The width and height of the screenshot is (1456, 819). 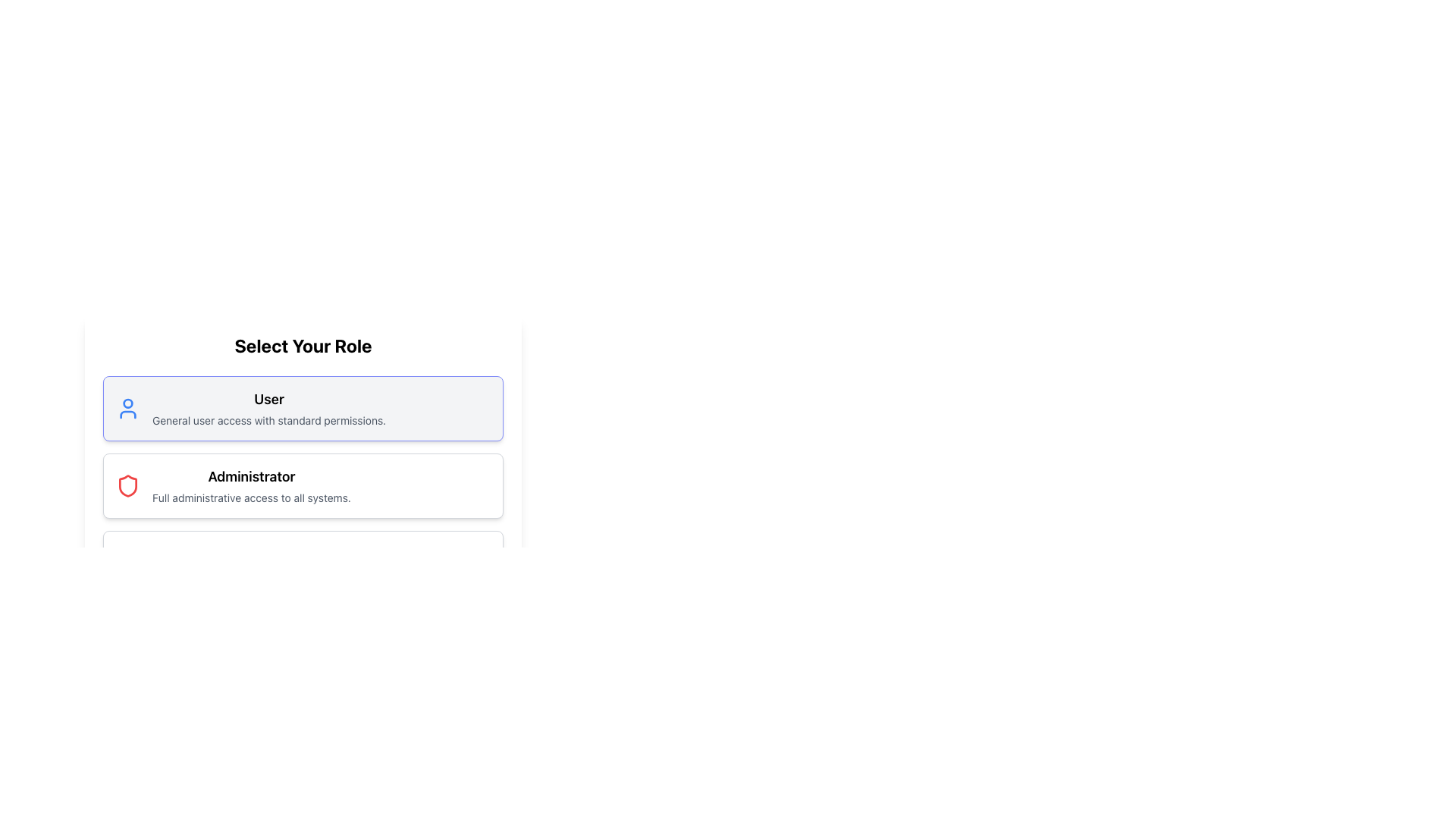 I want to click on the first List item that details the 'User' role, so click(x=269, y=408).